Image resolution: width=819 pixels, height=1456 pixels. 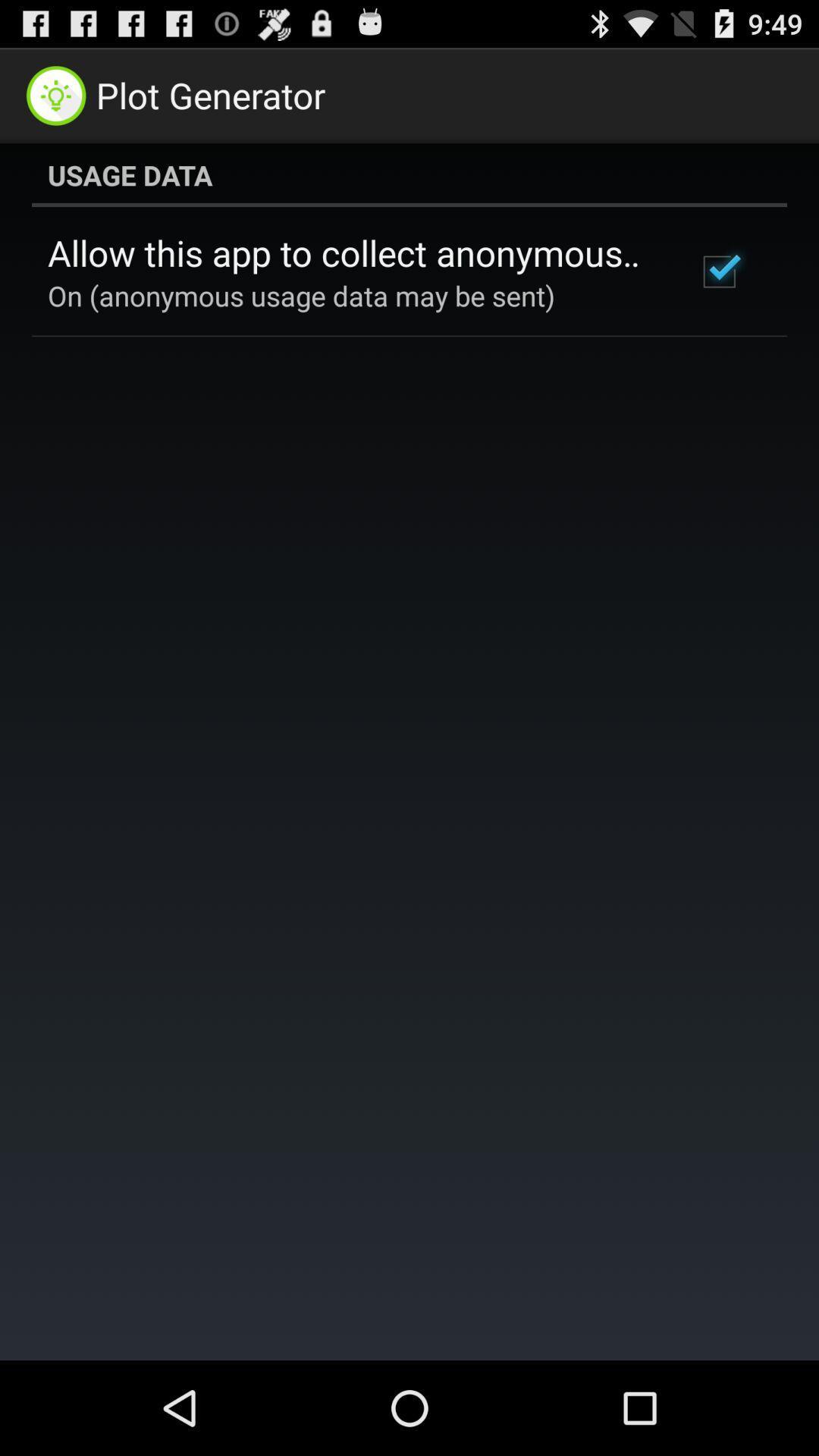 What do you see at coordinates (718, 271) in the screenshot?
I see `icon below the usage data icon` at bounding box center [718, 271].